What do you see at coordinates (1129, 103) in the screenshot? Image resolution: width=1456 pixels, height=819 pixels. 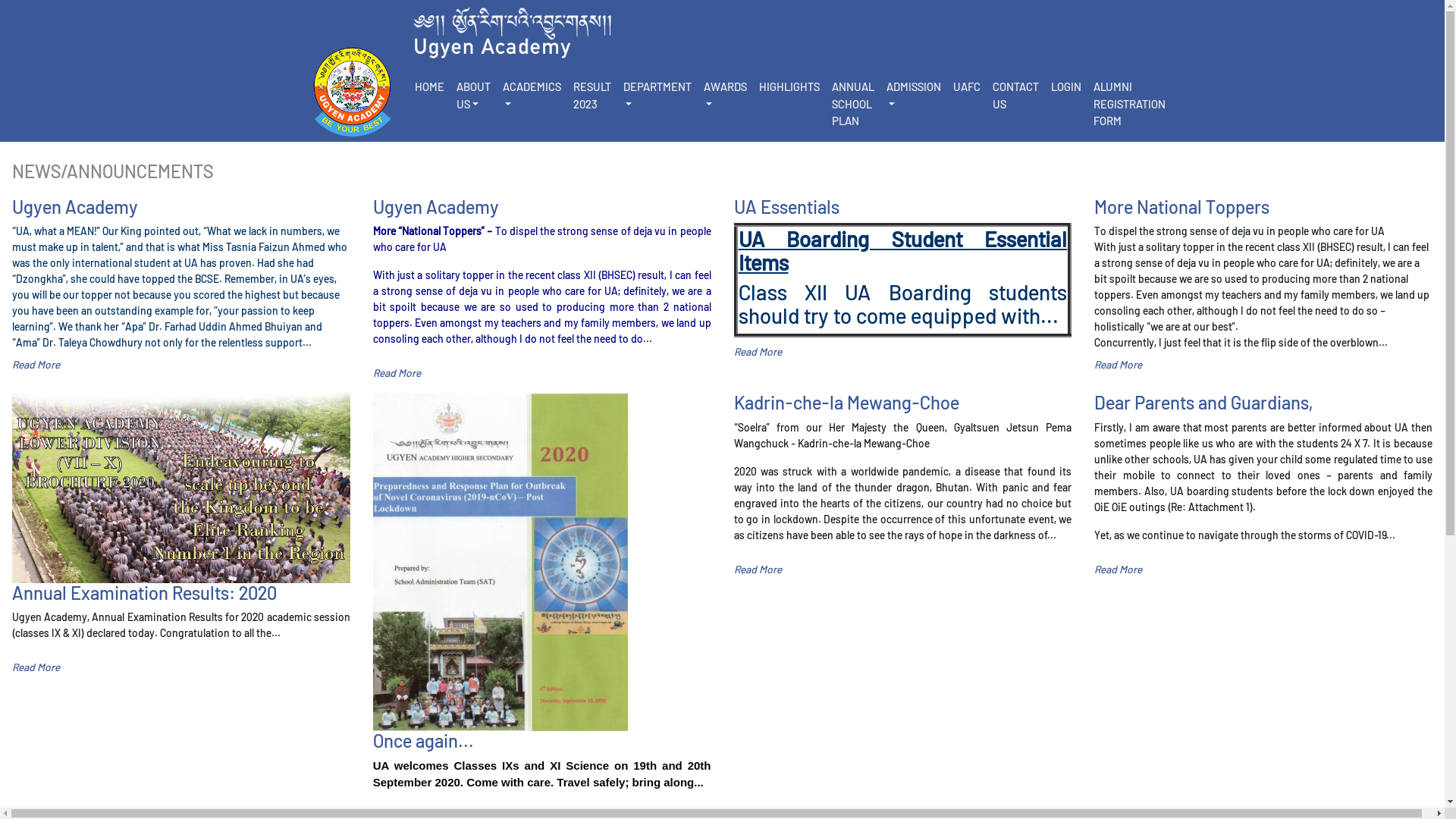 I see `'ALUMNI REGISTRATION FORM'` at bounding box center [1129, 103].